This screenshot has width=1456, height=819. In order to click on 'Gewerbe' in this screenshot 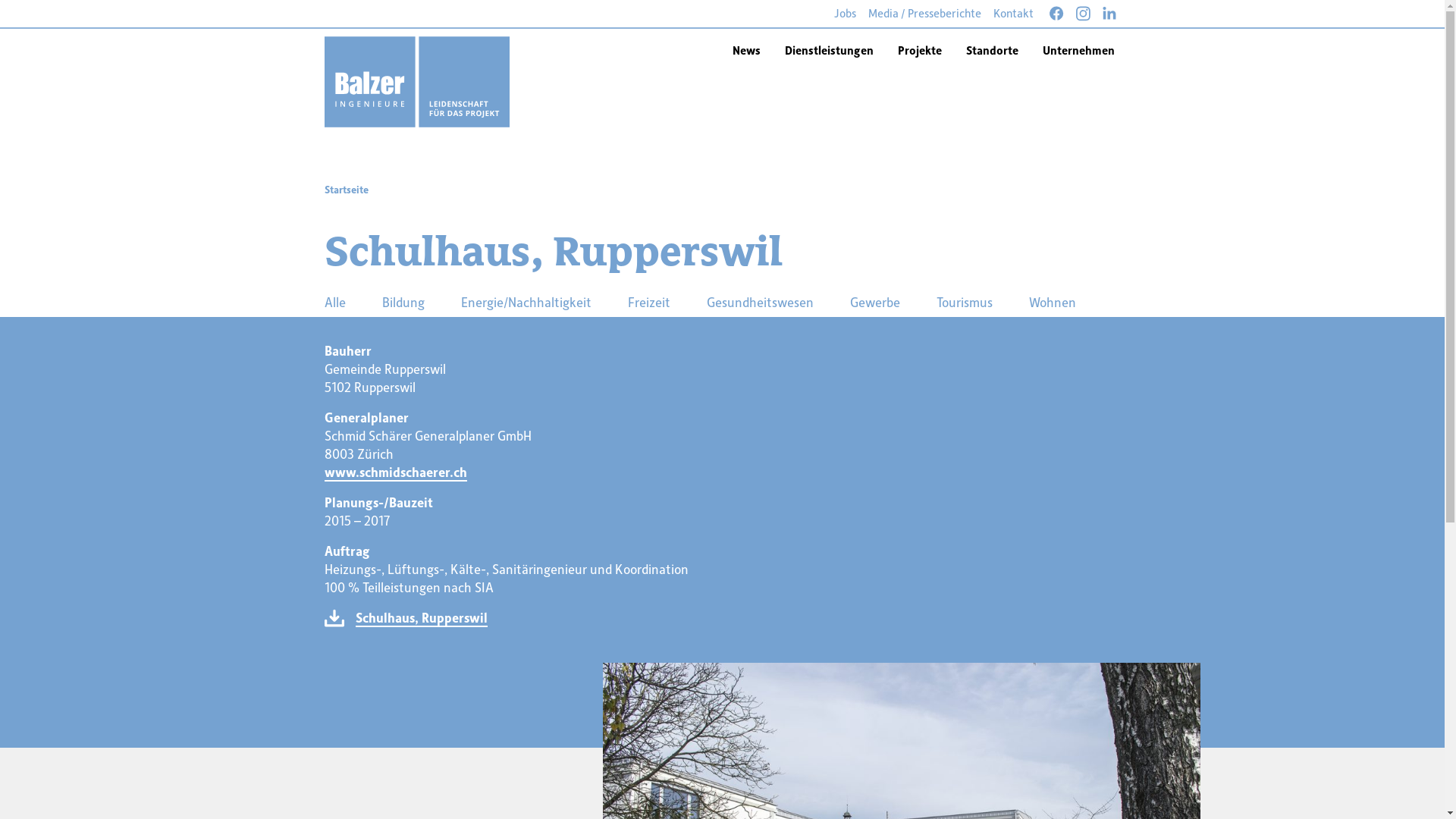, I will do `click(874, 301)`.